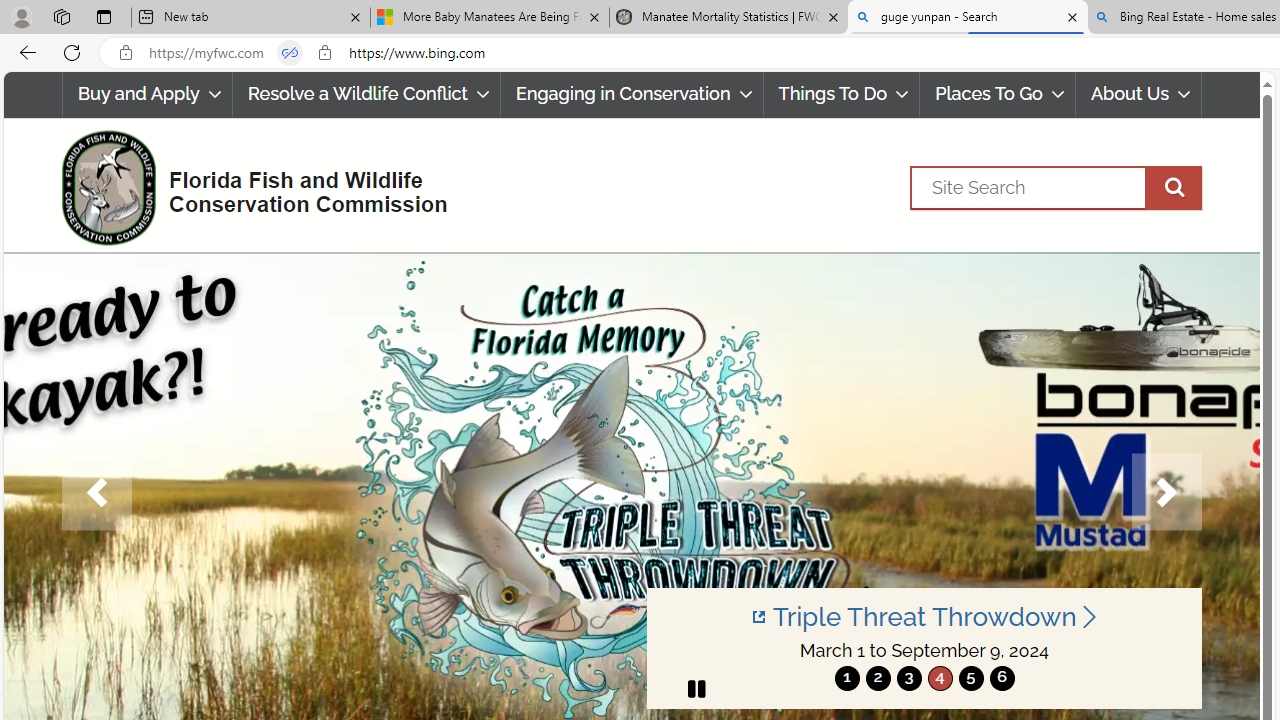 This screenshot has height=720, width=1280. I want to click on 'Triple Threat Throwdown ', so click(923, 616).